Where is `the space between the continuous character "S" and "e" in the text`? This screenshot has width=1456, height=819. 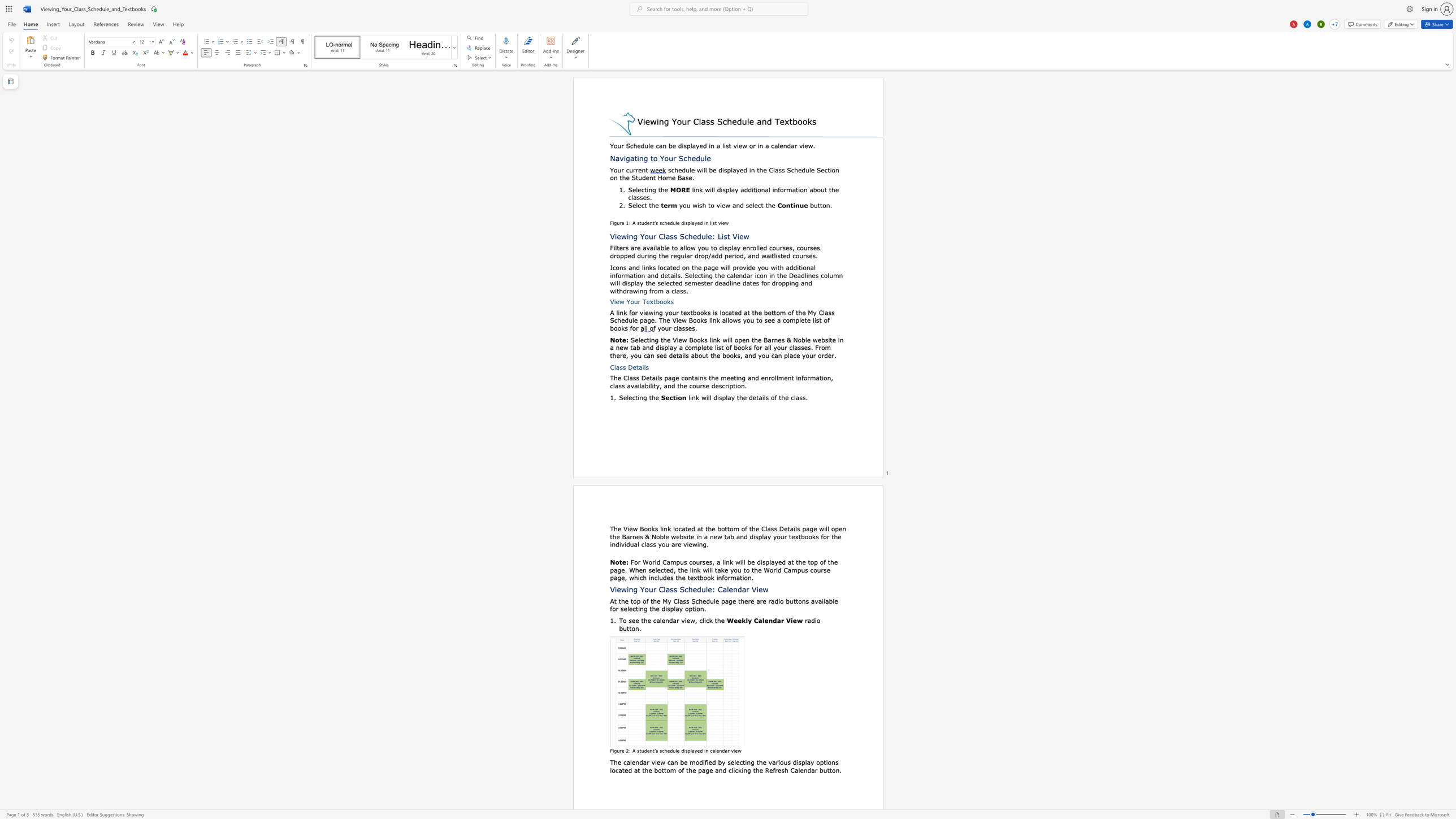
the space between the continuous character "S" and "e" in the text is located at coordinates (623, 397).